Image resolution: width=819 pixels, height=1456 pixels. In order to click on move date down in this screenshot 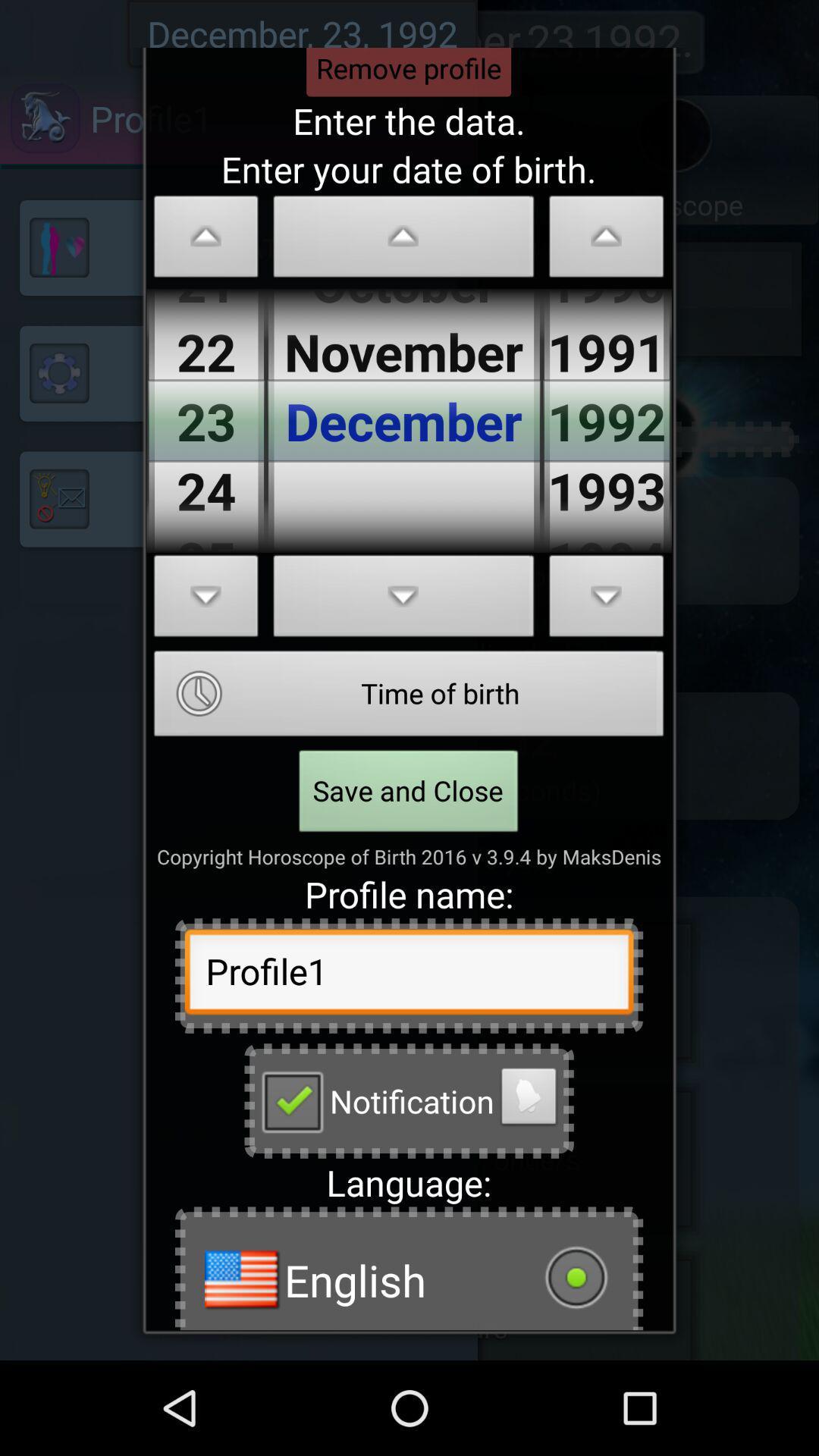, I will do `click(403, 600)`.